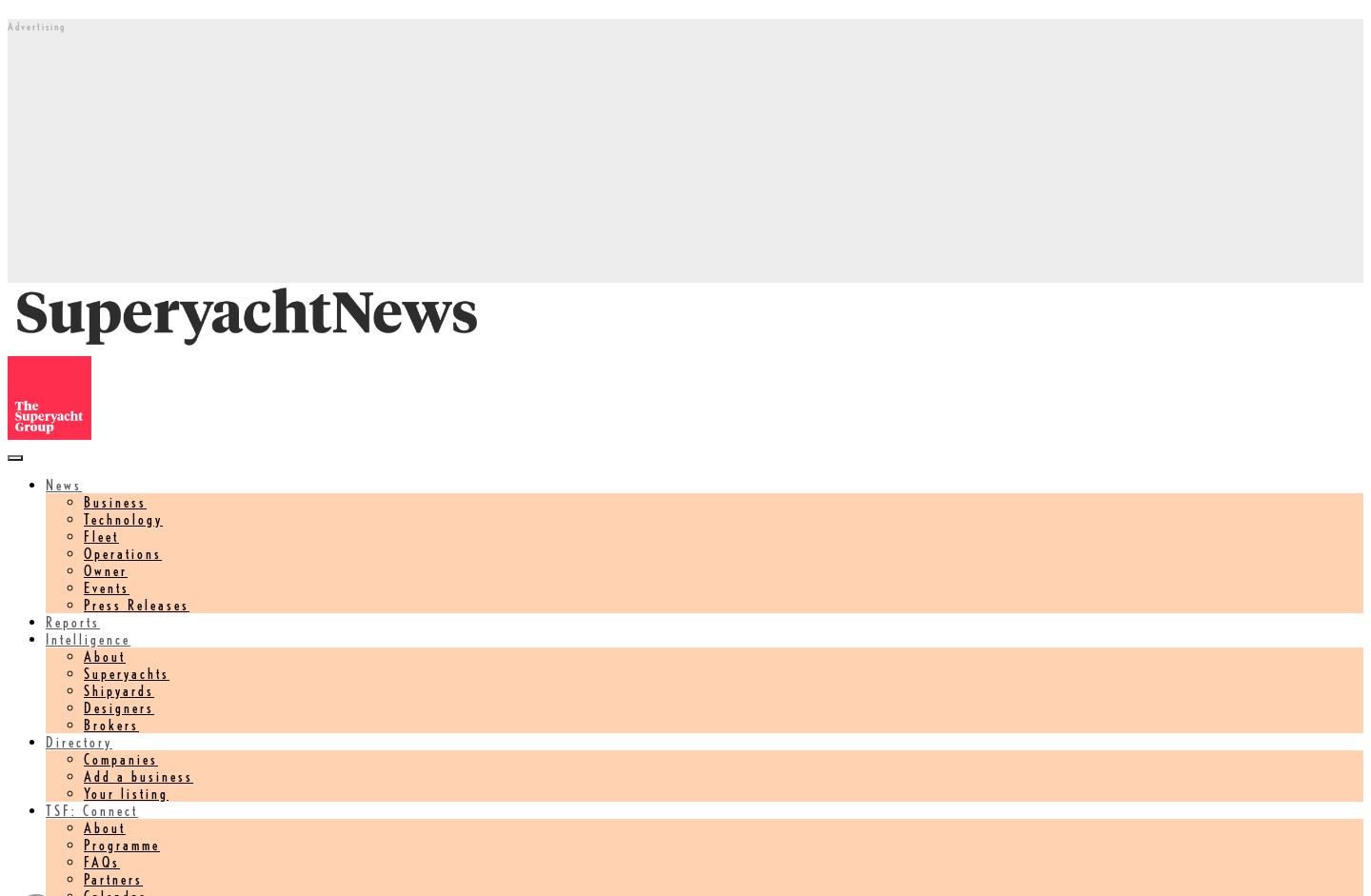 Image resolution: width=1371 pixels, height=896 pixels. Describe the element at coordinates (35, 26) in the screenshot. I see `'Advertising'` at that location.